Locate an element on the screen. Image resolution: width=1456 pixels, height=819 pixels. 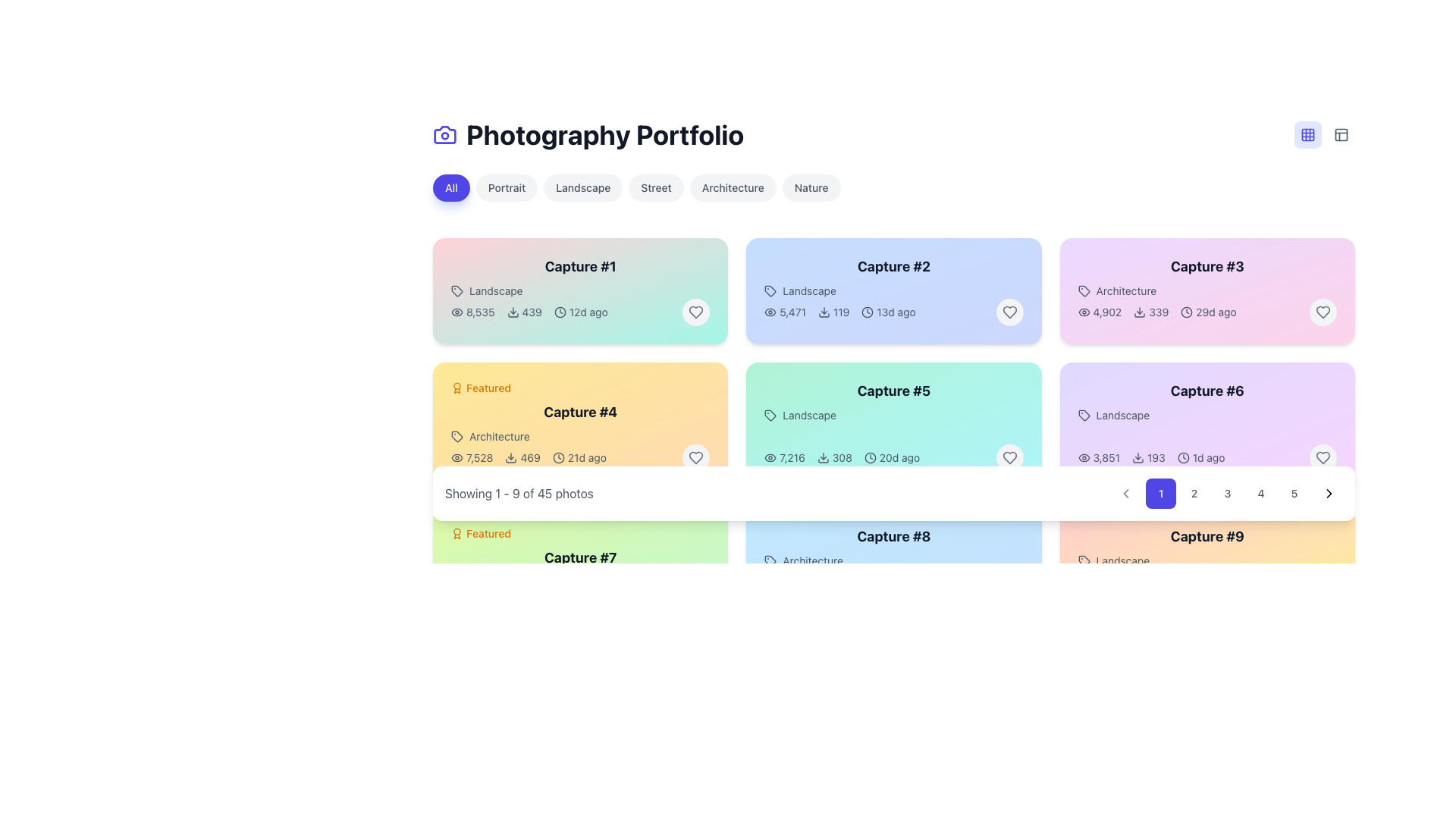
the eye-shaped icon located to the left of the number '4,902' in the 'Capture #3' card in the top-right corner of the display grid is located at coordinates (1083, 312).